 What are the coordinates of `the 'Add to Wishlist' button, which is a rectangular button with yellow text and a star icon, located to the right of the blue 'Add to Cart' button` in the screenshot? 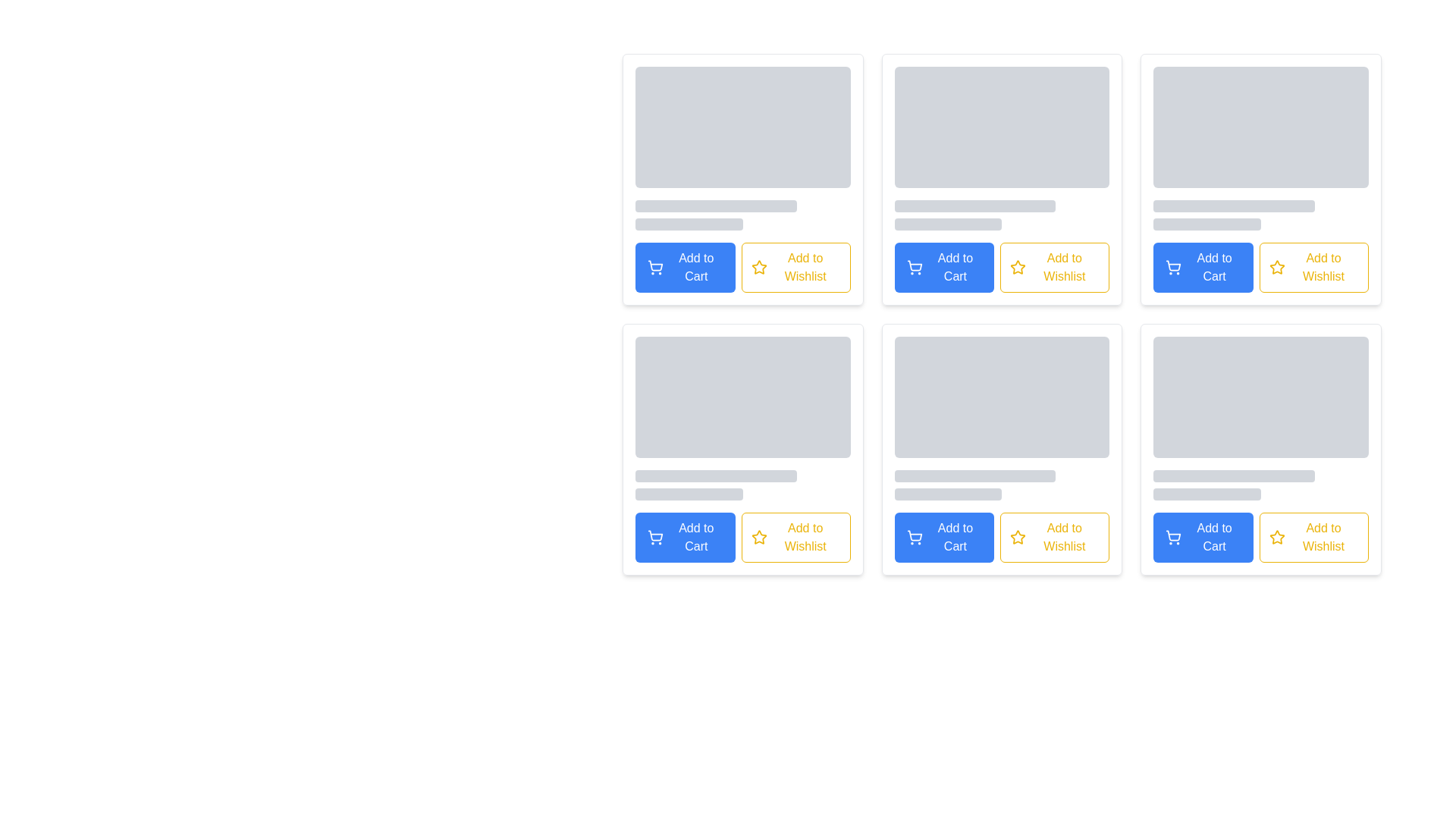 It's located at (1313, 267).